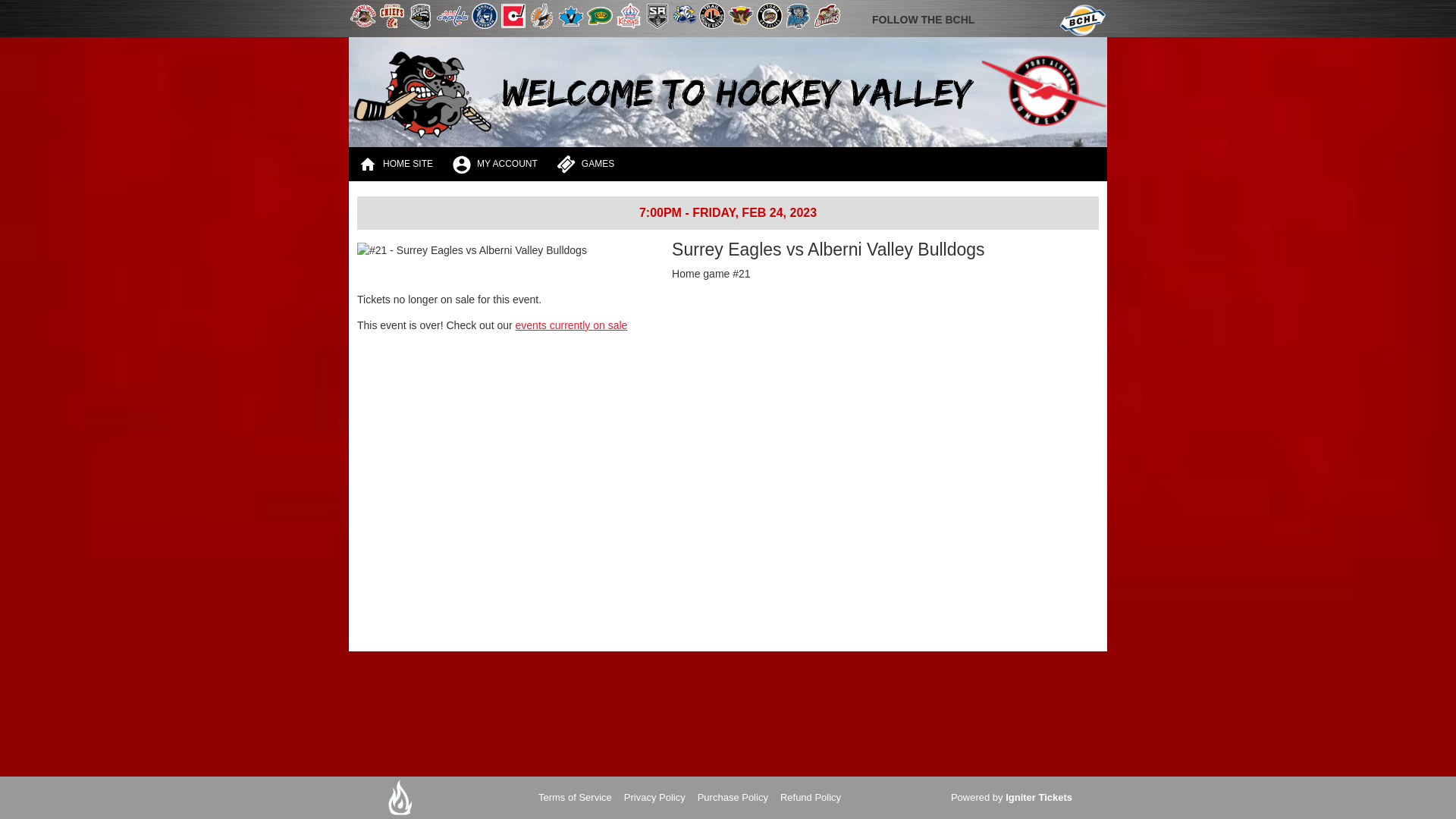  What do you see at coordinates (585, 164) in the screenshot?
I see `'GAMES'` at bounding box center [585, 164].